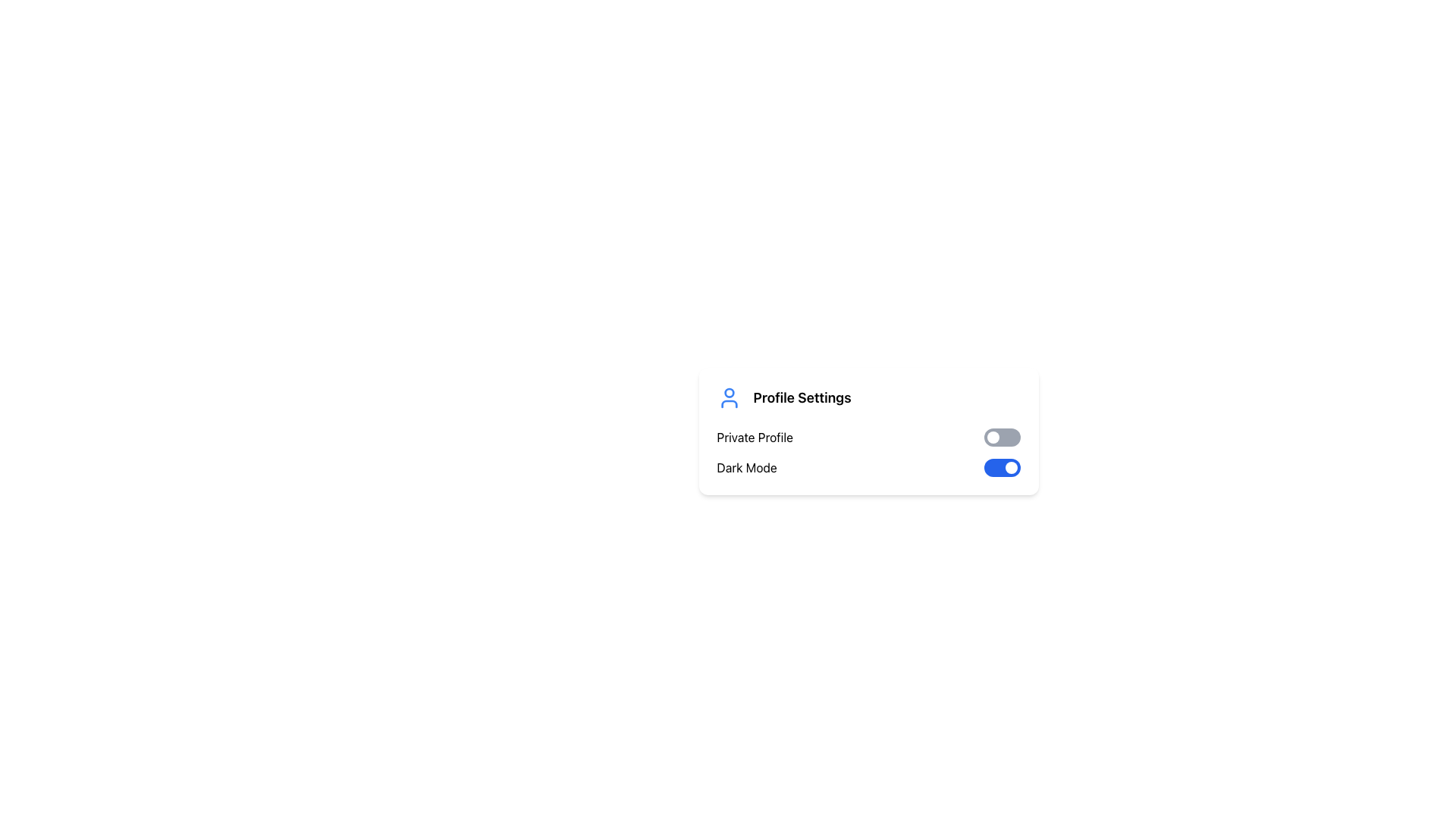 The height and width of the screenshot is (819, 1456). What do you see at coordinates (755, 438) in the screenshot?
I see `the Text Label indicating the private profile option in the Profile Settings interface, which is located to the left of the toggle switch` at bounding box center [755, 438].